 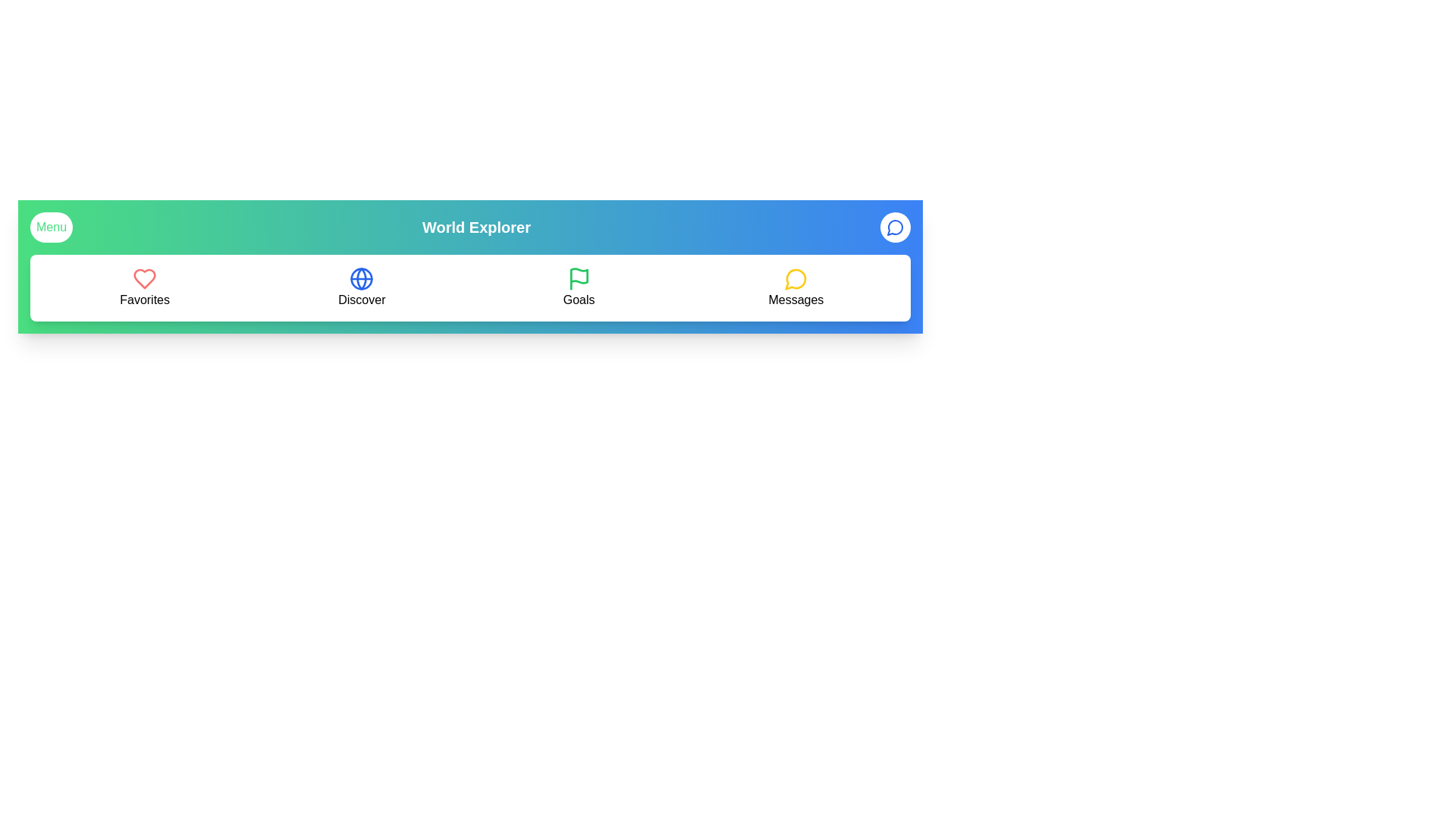 What do you see at coordinates (895, 227) in the screenshot?
I see `the profile/message icon located in the top-right corner of the navigation bar` at bounding box center [895, 227].